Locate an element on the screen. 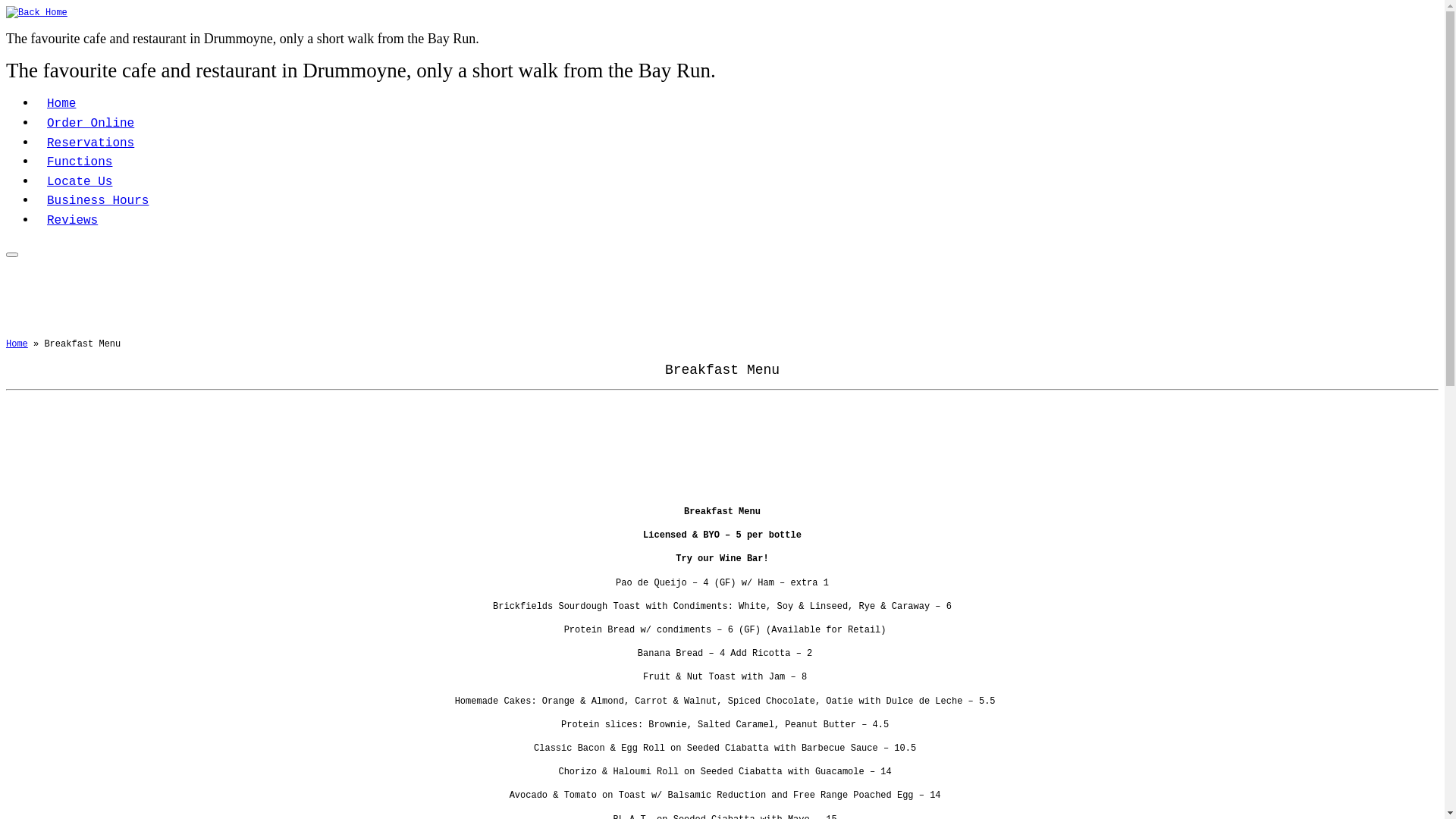  'Business Hours' is located at coordinates (97, 200).